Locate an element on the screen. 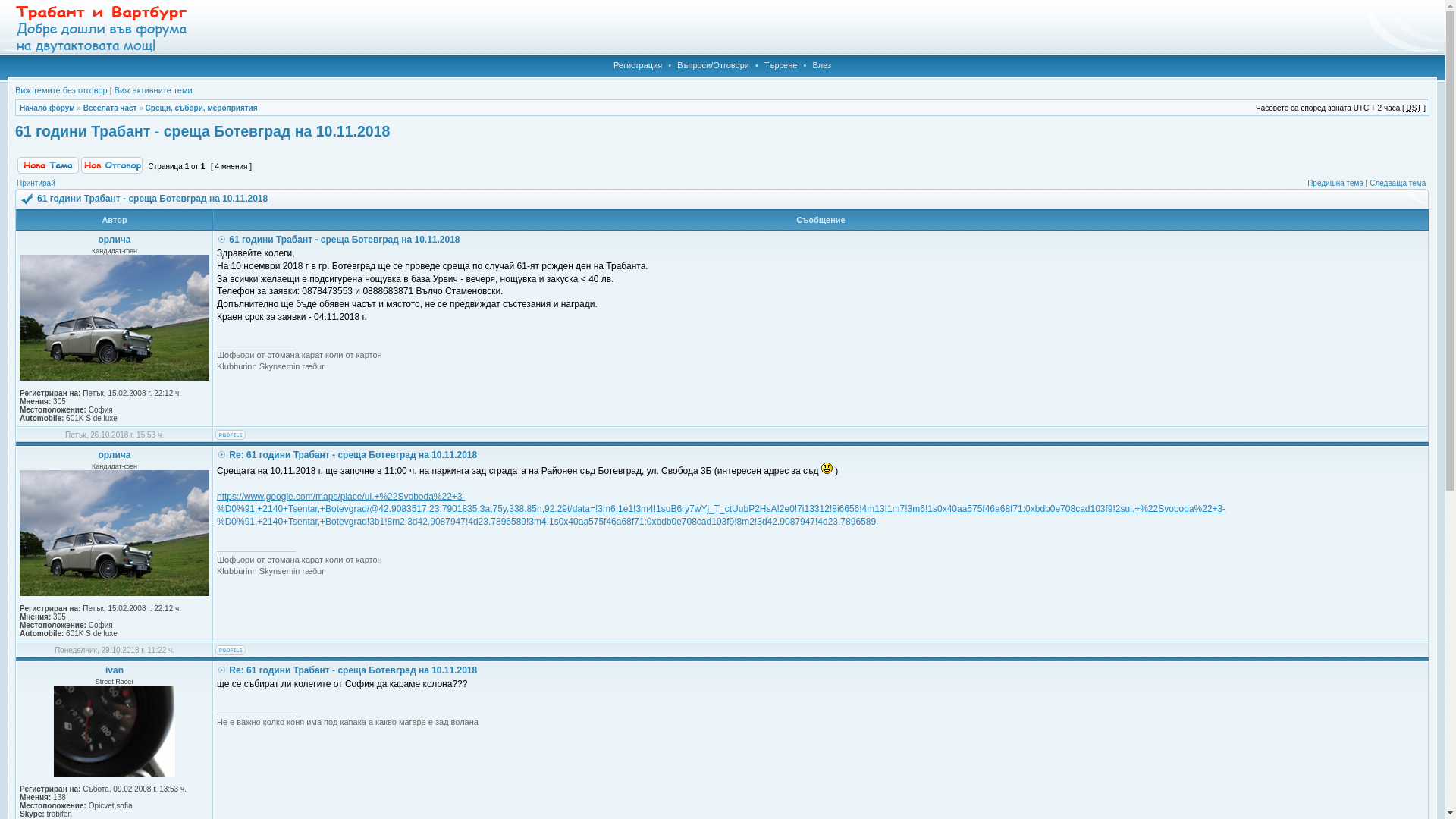 The width and height of the screenshot is (1456, 819). 'Smile' is located at coordinates (821, 467).